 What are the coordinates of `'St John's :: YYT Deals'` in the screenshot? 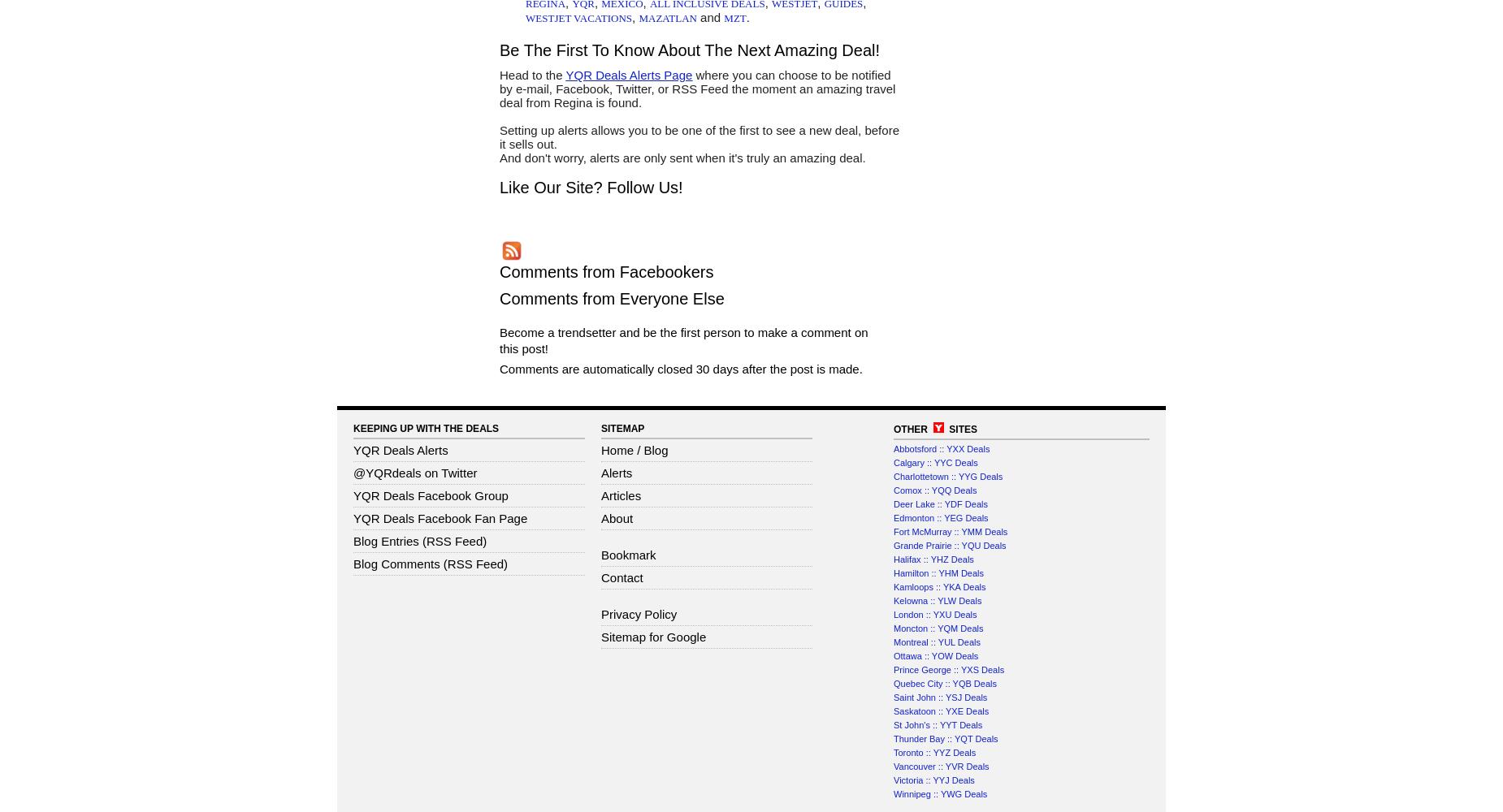 It's located at (893, 725).